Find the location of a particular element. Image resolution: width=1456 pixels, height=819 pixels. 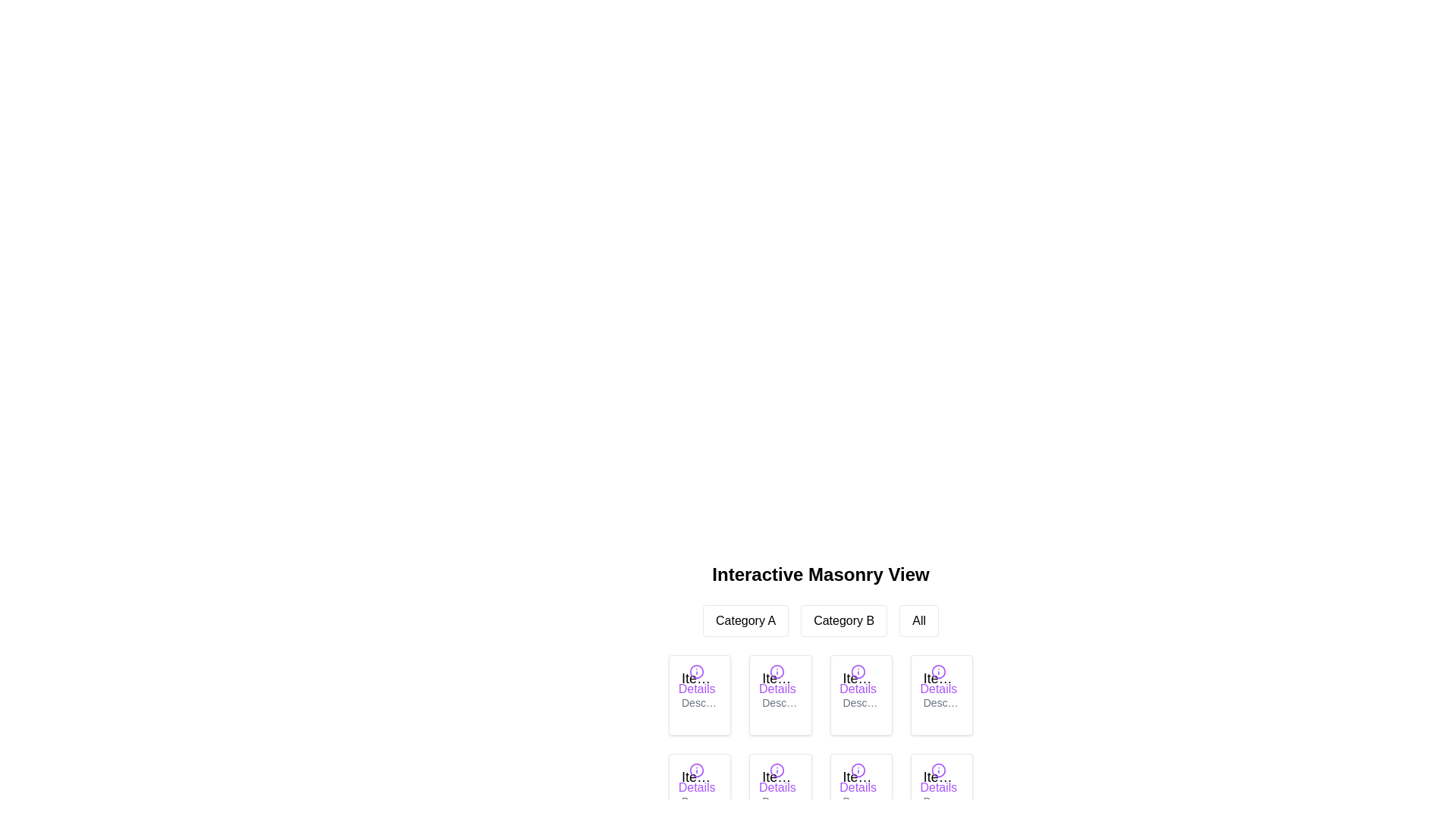

the SVG circle element, which is a circular graphic with a radius of 10 pixels, located in the fourth column of the first row of the grid layout is located at coordinates (937, 670).